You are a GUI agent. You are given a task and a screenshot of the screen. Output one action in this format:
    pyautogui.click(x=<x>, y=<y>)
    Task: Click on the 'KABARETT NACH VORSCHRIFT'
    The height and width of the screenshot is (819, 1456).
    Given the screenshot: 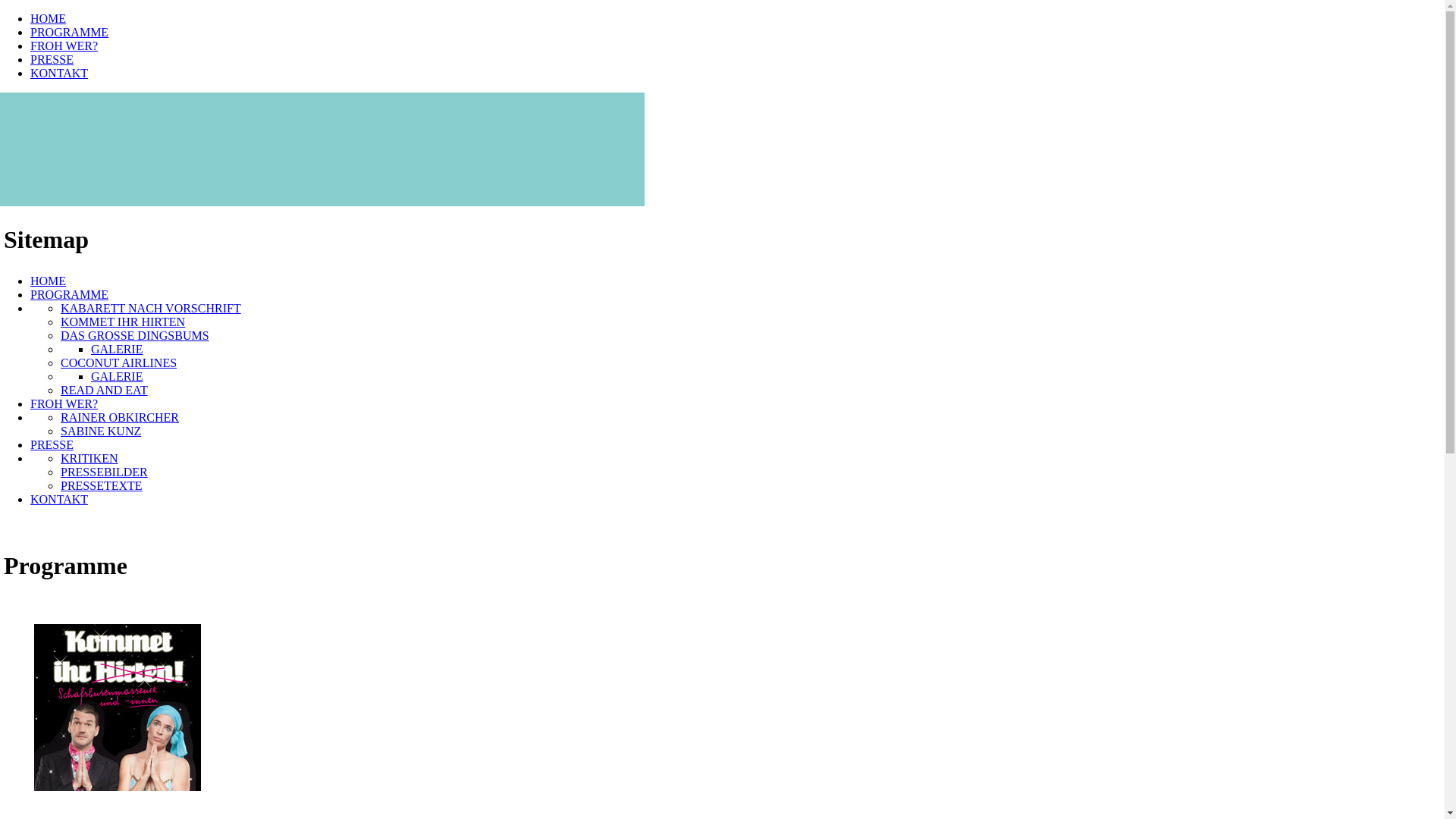 What is the action you would take?
    pyautogui.click(x=150, y=307)
    